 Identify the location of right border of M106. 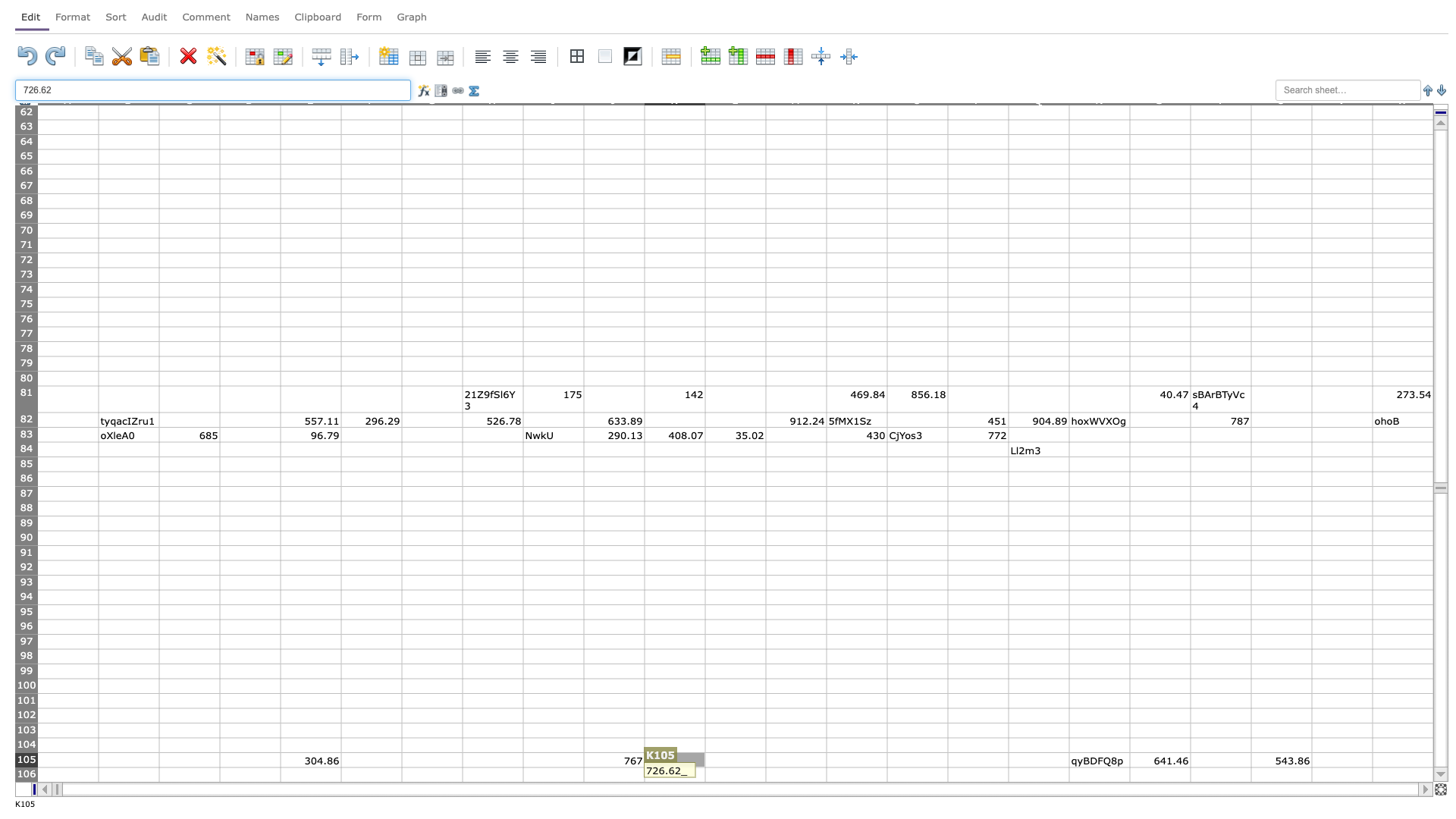
(825, 774).